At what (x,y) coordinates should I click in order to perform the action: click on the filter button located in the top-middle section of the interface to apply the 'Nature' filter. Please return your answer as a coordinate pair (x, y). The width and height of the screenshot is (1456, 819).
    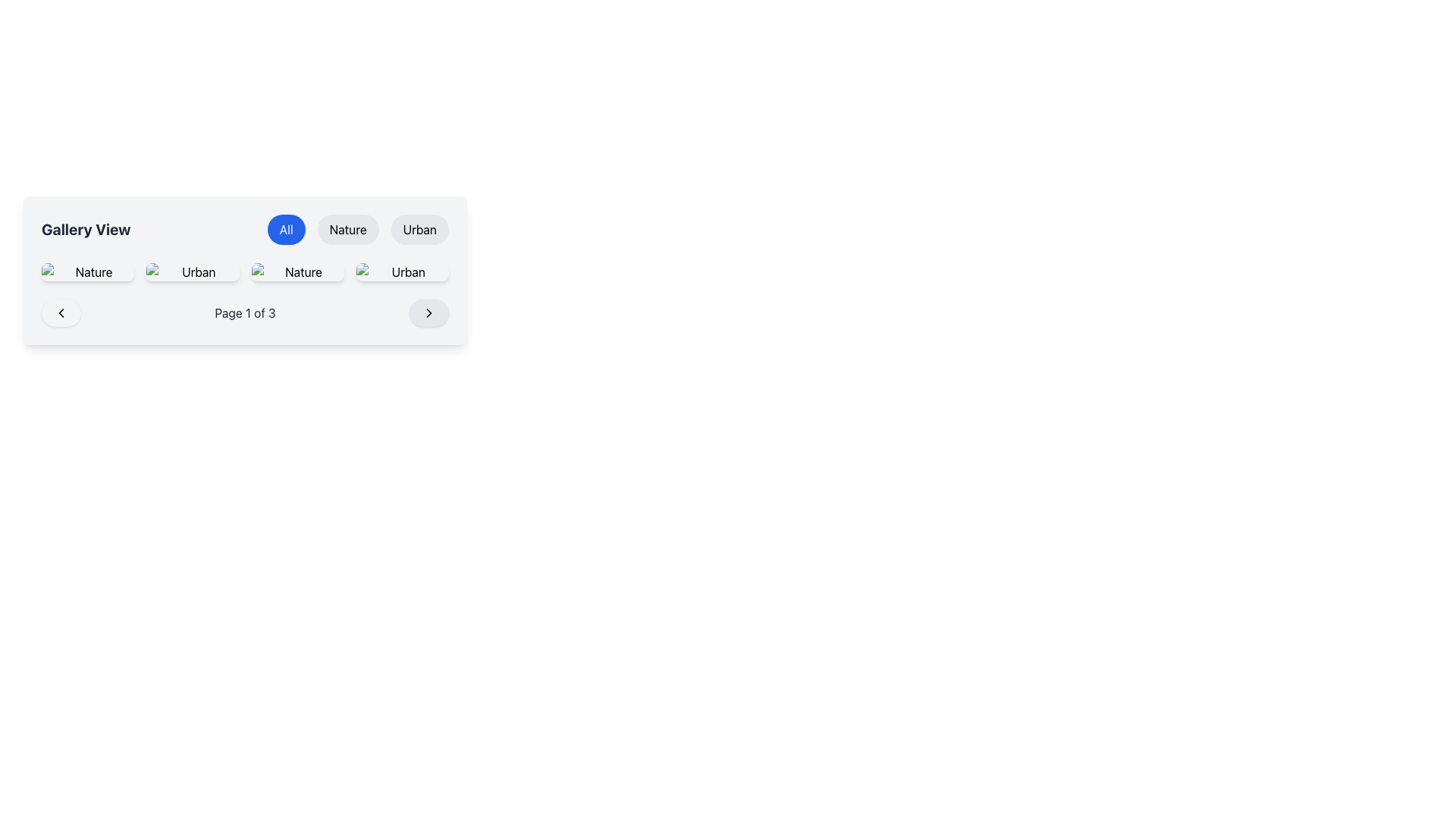
    Looking at the image, I should click on (347, 230).